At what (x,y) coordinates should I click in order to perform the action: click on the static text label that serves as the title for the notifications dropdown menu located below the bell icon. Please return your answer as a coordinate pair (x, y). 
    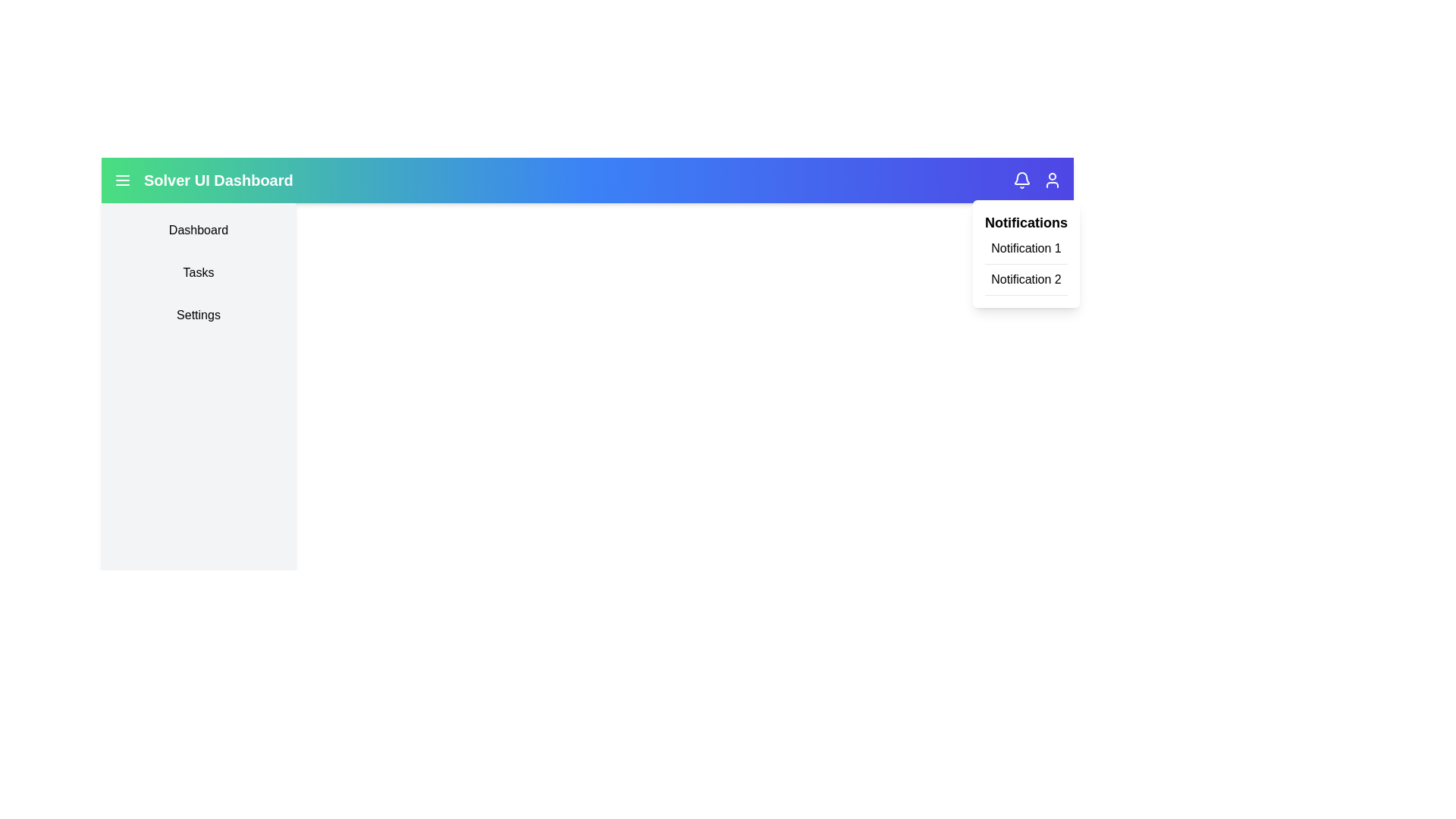
    Looking at the image, I should click on (1026, 222).